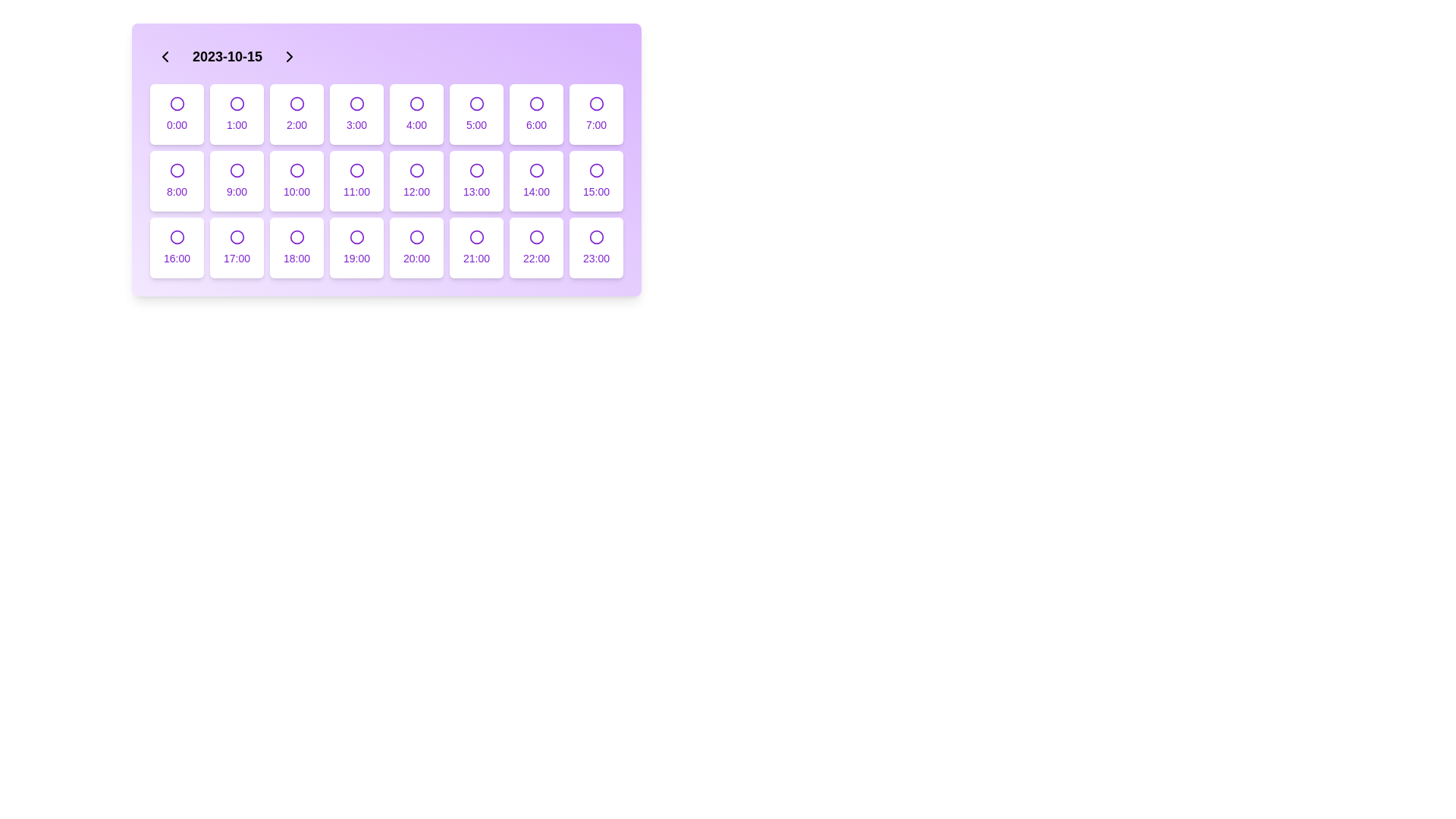 Image resolution: width=1456 pixels, height=819 pixels. What do you see at coordinates (356, 103) in the screenshot?
I see `the SVG Icon that represents selection or availability within the '3:00' card, positioned at the top center of the card` at bounding box center [356, 103].